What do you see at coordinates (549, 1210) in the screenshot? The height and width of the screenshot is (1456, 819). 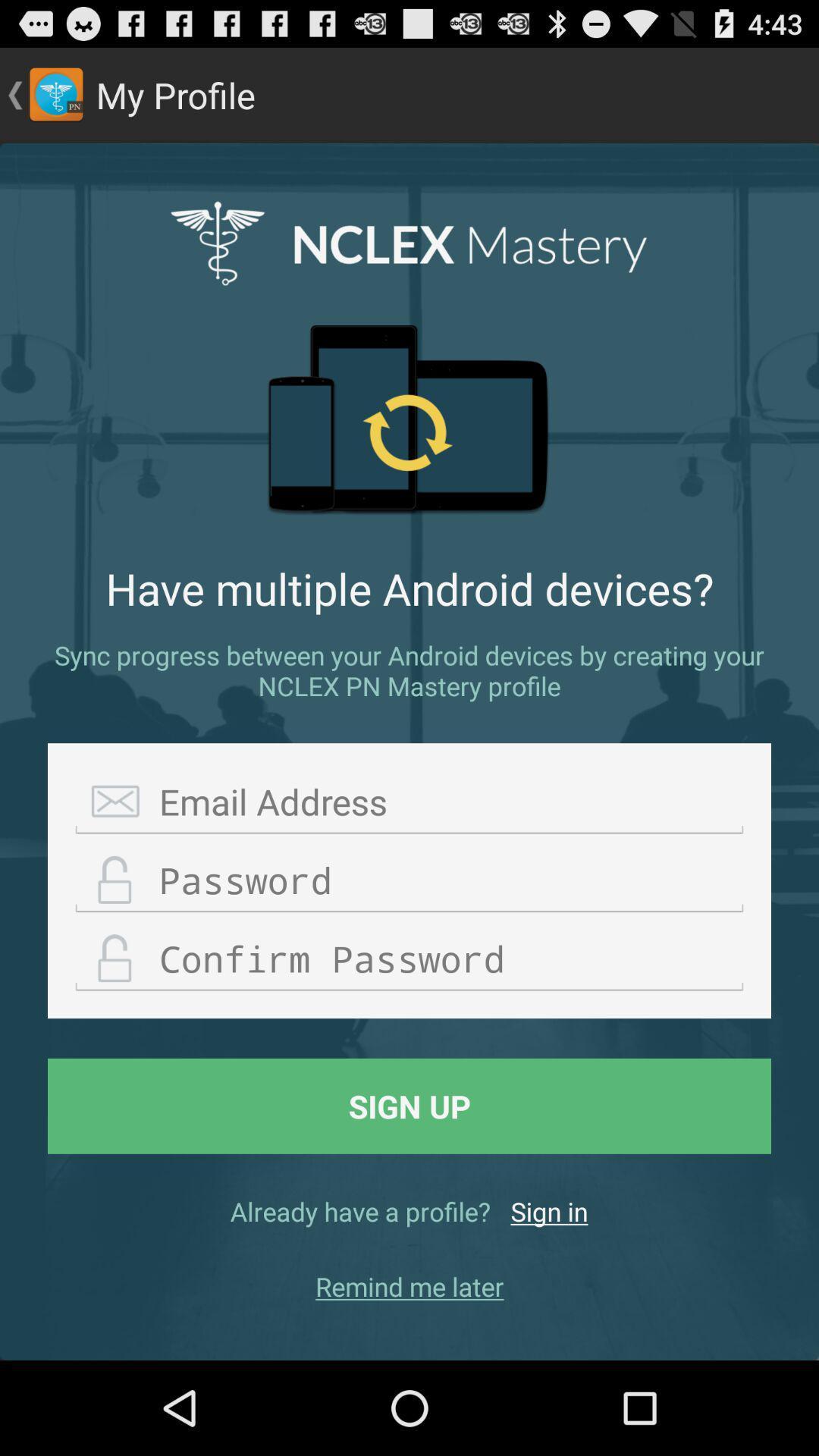 I see `app to the right of the already have a item` at bounding box center [549, 1210].